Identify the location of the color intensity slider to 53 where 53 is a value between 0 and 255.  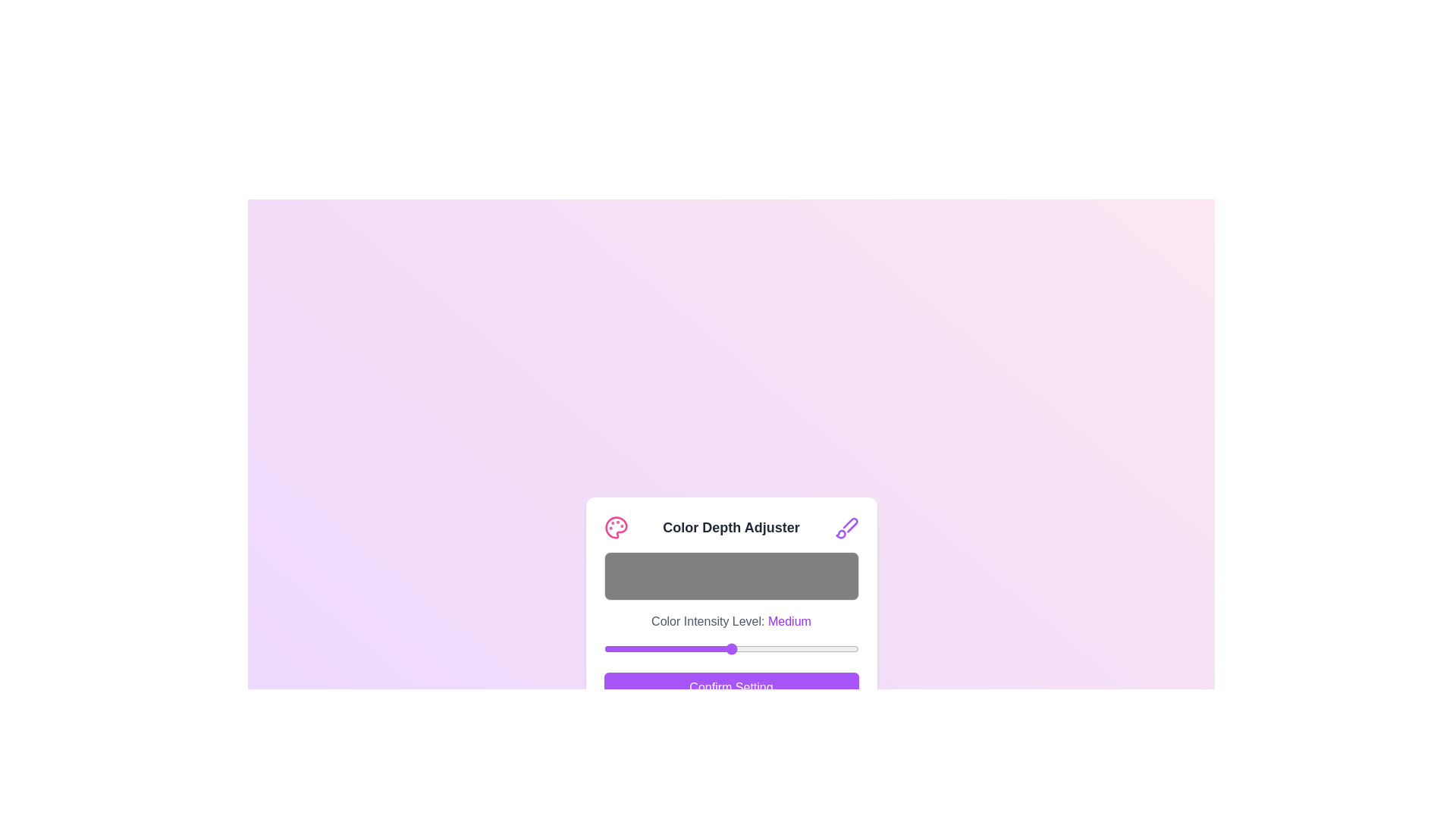
(657, 648).